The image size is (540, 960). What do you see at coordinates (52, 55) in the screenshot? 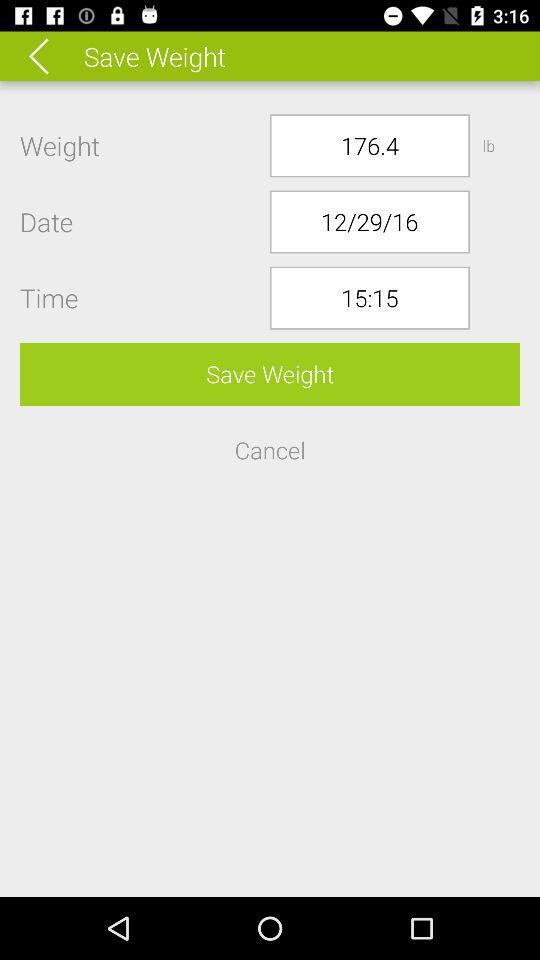
I see `the icon above the weight icon` at bounding box center [52, 55].